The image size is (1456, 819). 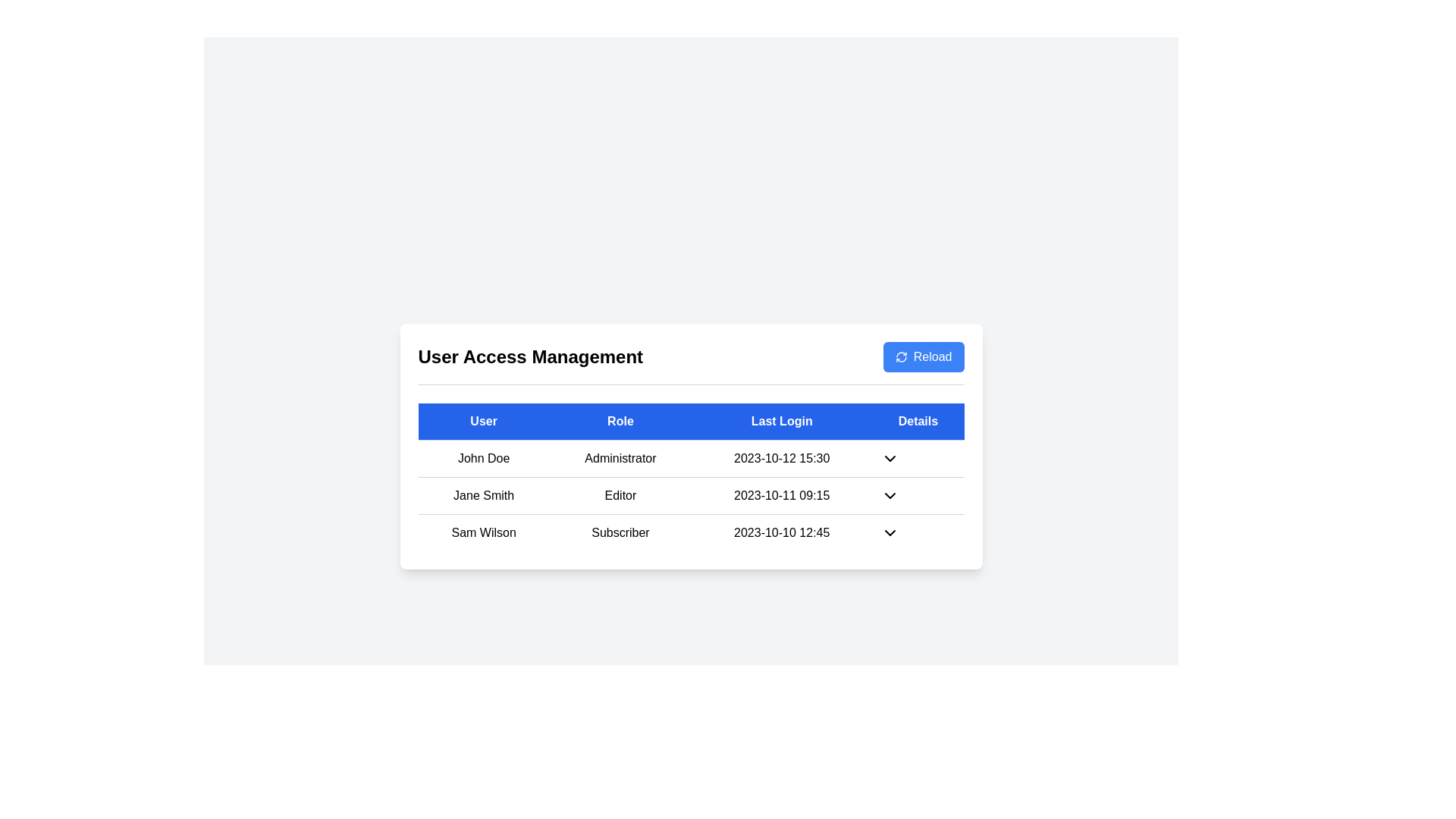 What do you see at coordinates (782, 422) in the screenshot?
I see `the table header cell that indicates the last login timestamps for users, located as the third column in the header row of the table` at bounding box center [782, 422].